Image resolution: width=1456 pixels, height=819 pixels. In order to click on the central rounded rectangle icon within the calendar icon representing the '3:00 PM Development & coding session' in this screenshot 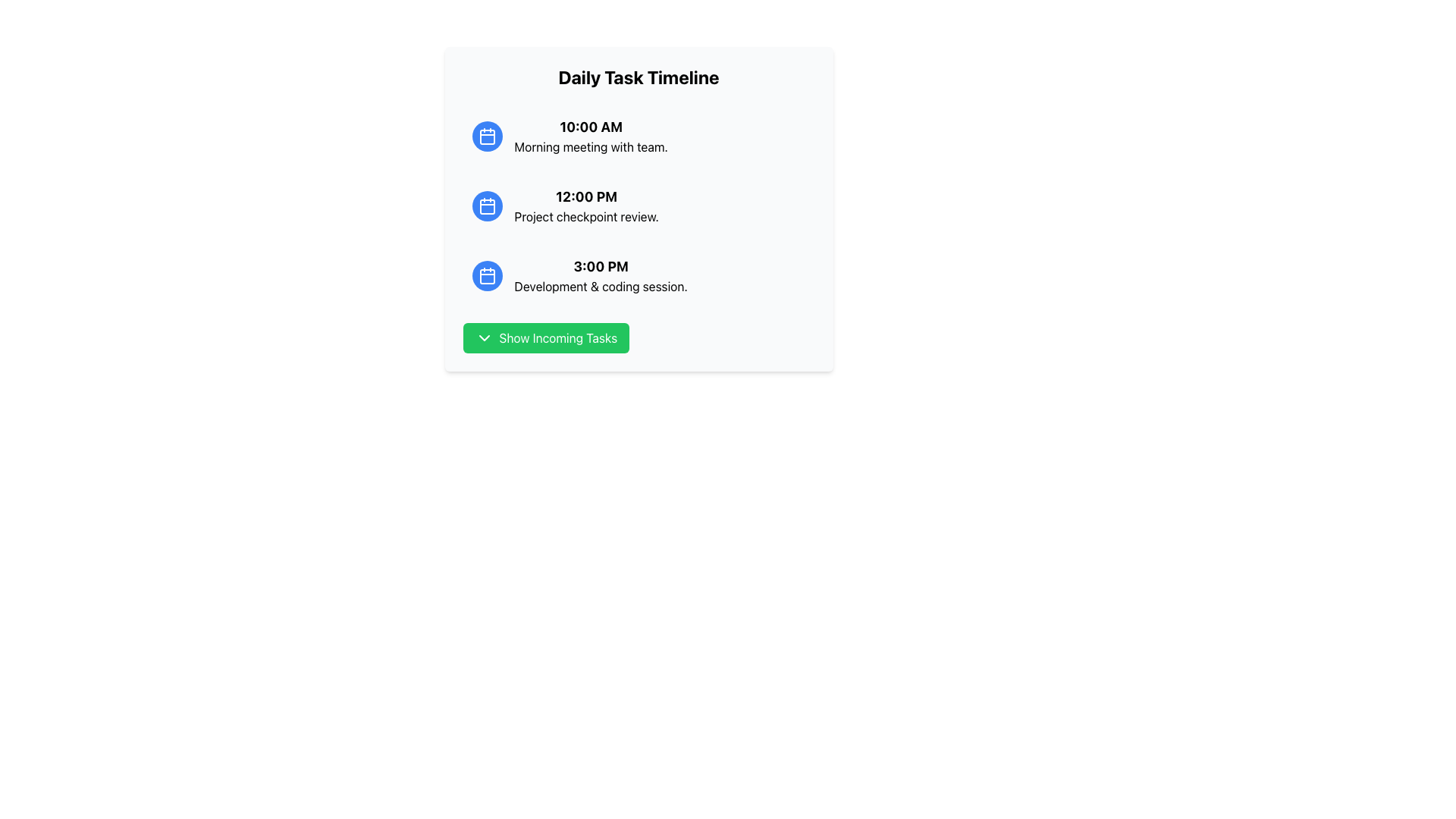, I will do `click(487, 277)`.